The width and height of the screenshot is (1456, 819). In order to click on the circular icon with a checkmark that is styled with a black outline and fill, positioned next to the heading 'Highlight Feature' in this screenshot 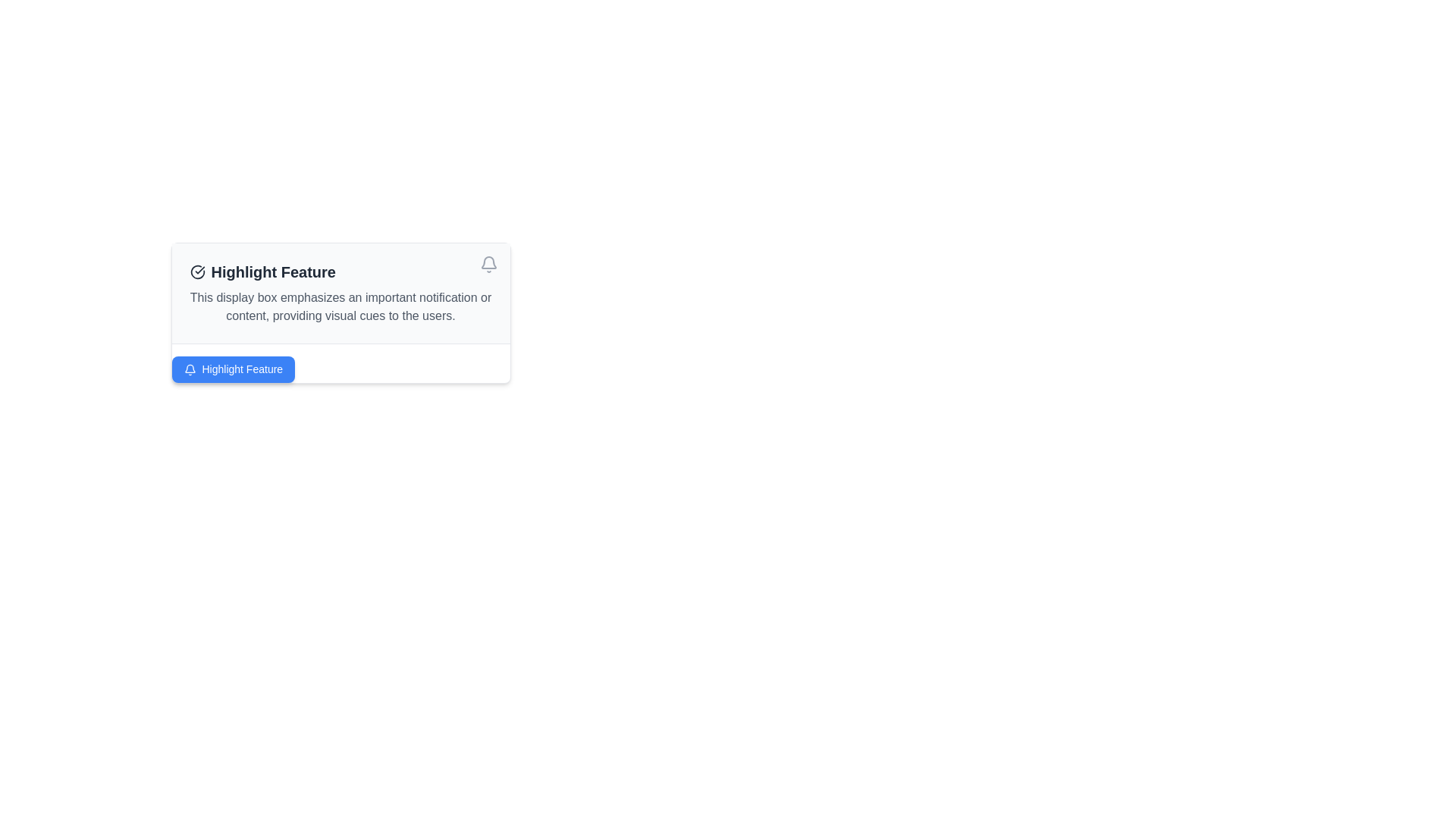, I will do `click(196, 271)`.